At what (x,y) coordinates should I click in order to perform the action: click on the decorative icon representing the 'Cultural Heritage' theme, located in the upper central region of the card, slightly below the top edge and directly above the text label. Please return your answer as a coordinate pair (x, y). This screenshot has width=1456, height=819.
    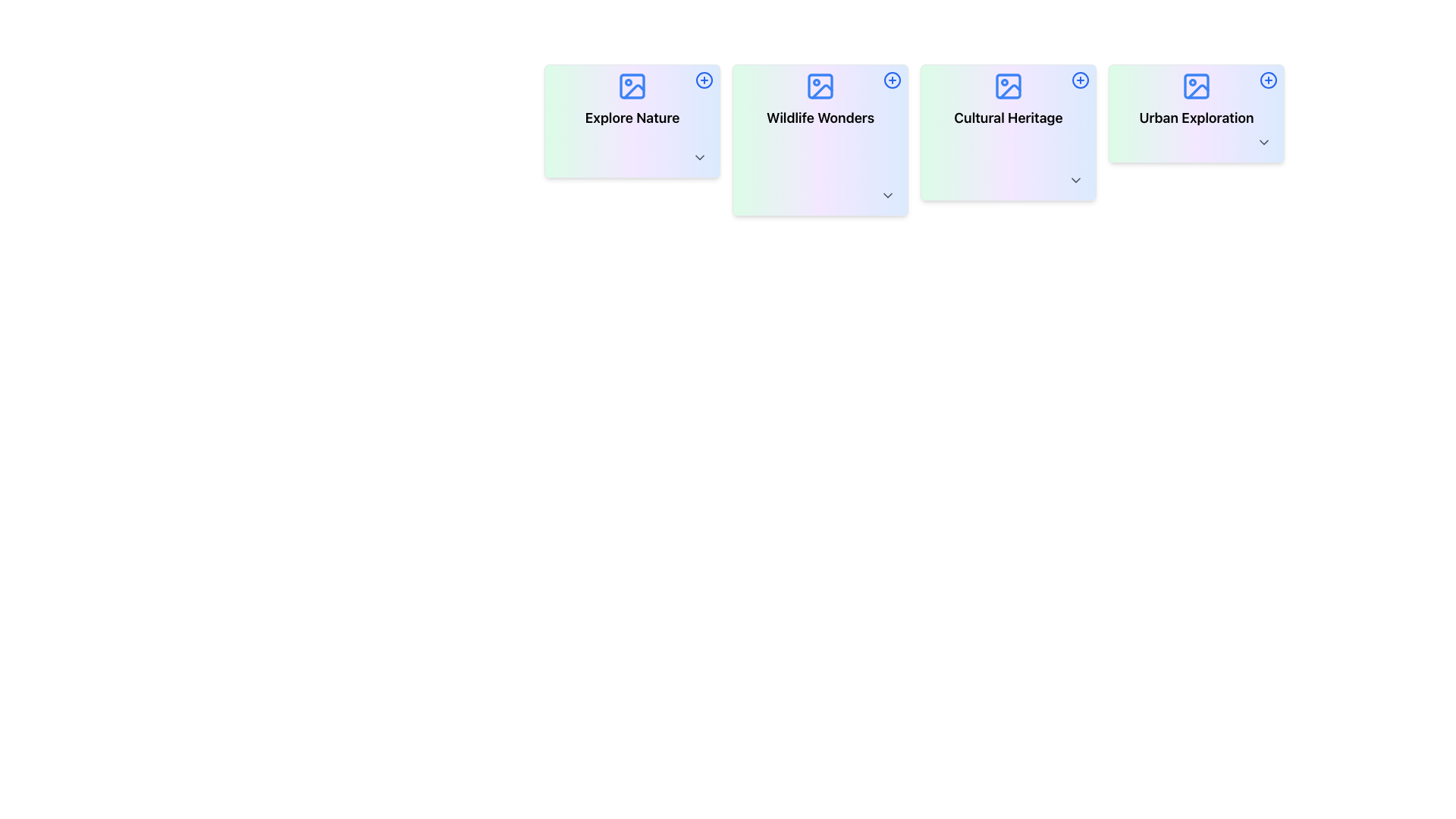
    Looking at the image, I should click on (1008, 86).